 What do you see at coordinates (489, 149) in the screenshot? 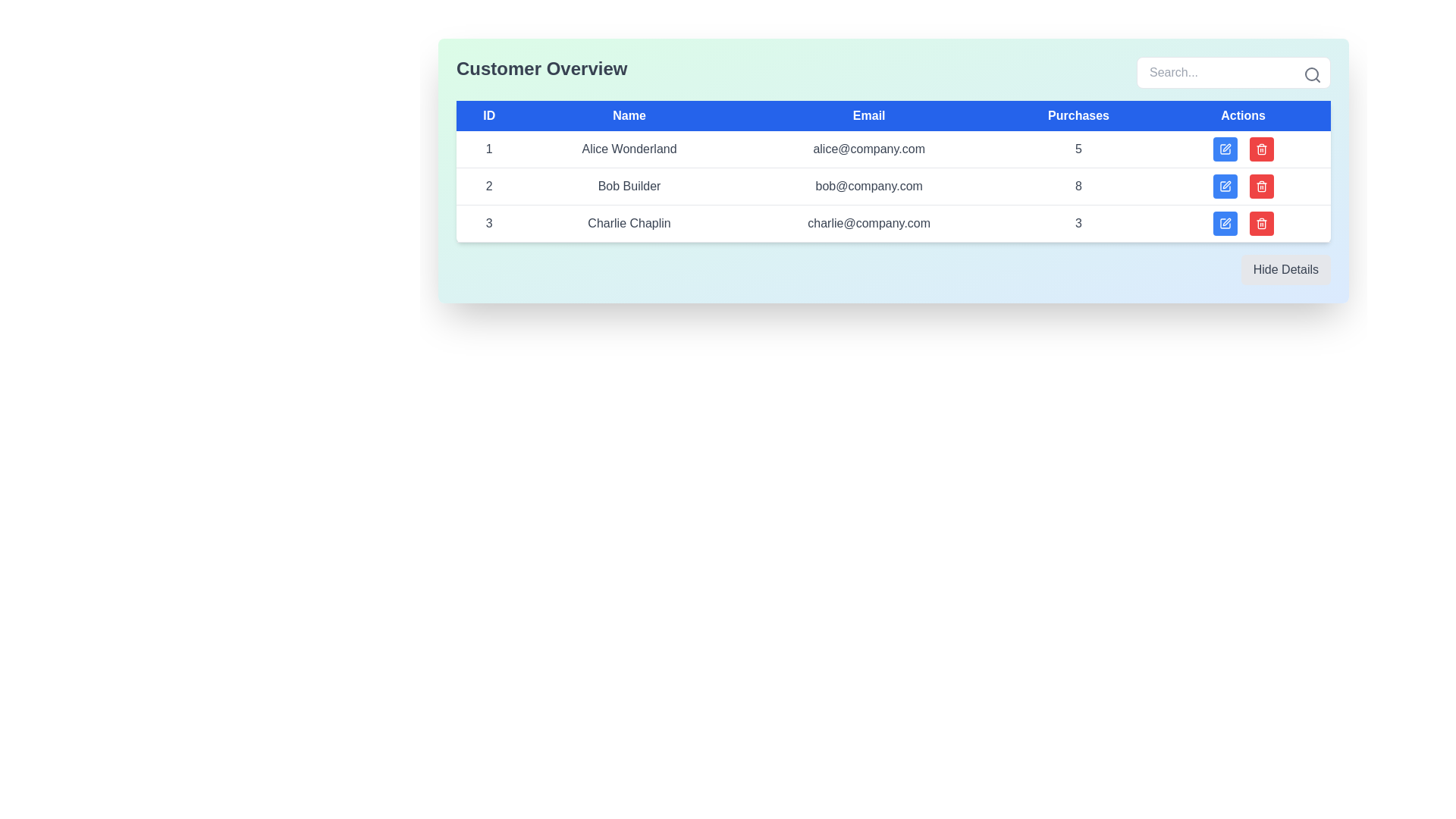
I see `the static text identifier in the first row of the table that is located directly beneath the 'ID' header and adjacent to the 'Name' column containing 'Alice Wonderland'` at bounding box center [489, 149].